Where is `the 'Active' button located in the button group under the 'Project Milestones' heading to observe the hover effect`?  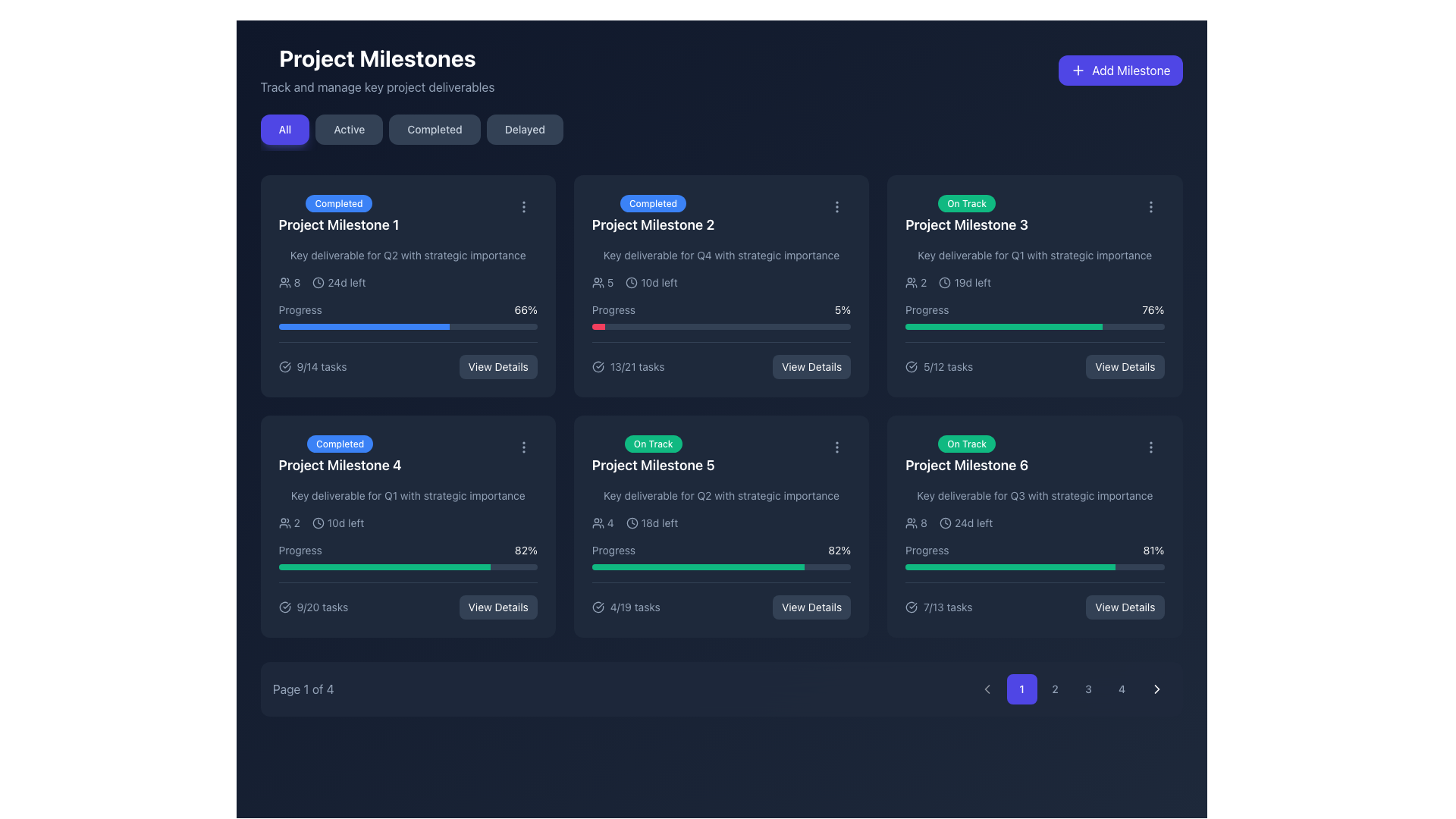 the 'Active' button located in the button group under the 'Project Milestones' heading to observe the hover effect is located at coordinates (348, 128).